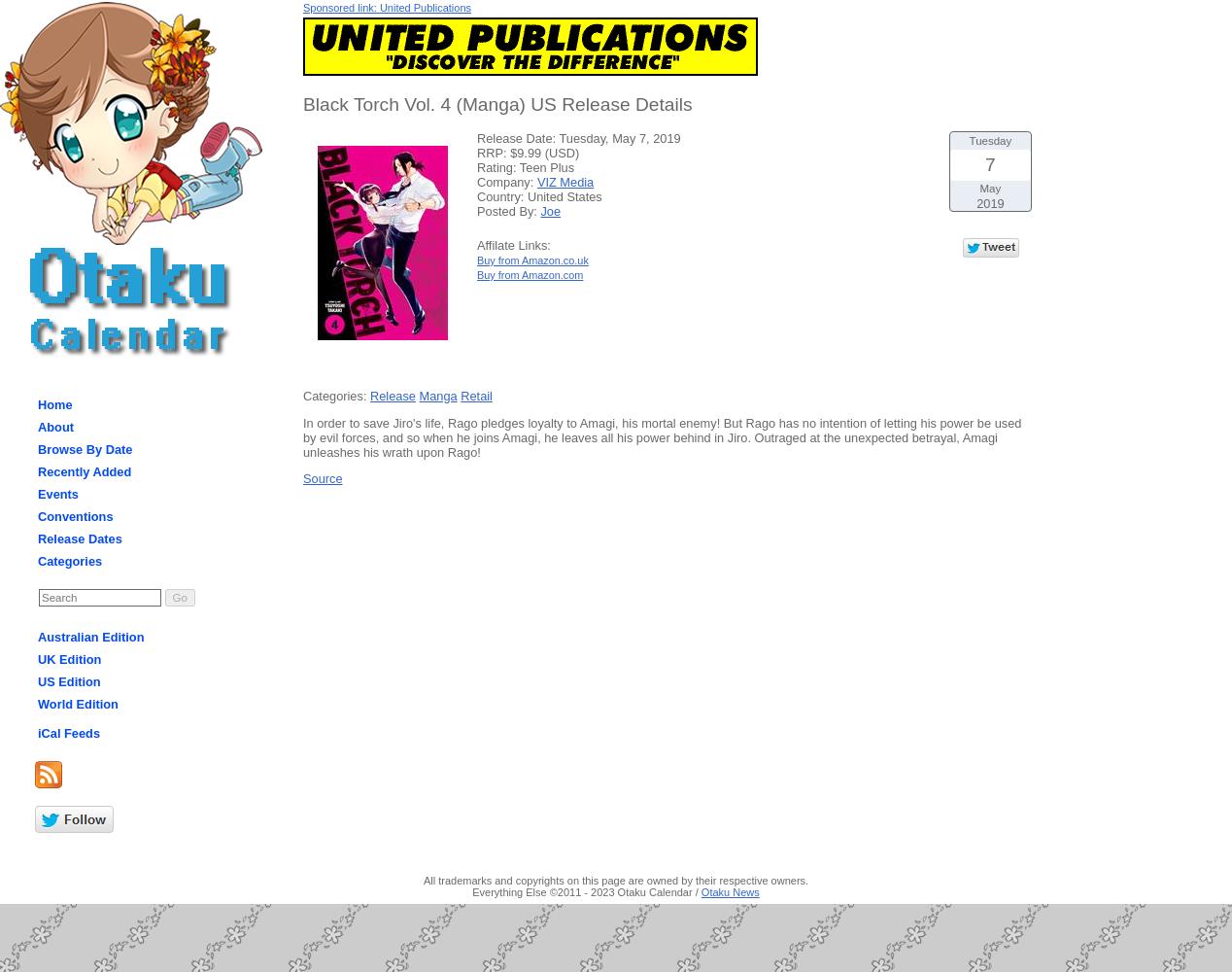 The height and width of the screenshot is (972, 1232). I want to click on 'Release Date: Tuesday, May 7, 2019', so click(475, 137).